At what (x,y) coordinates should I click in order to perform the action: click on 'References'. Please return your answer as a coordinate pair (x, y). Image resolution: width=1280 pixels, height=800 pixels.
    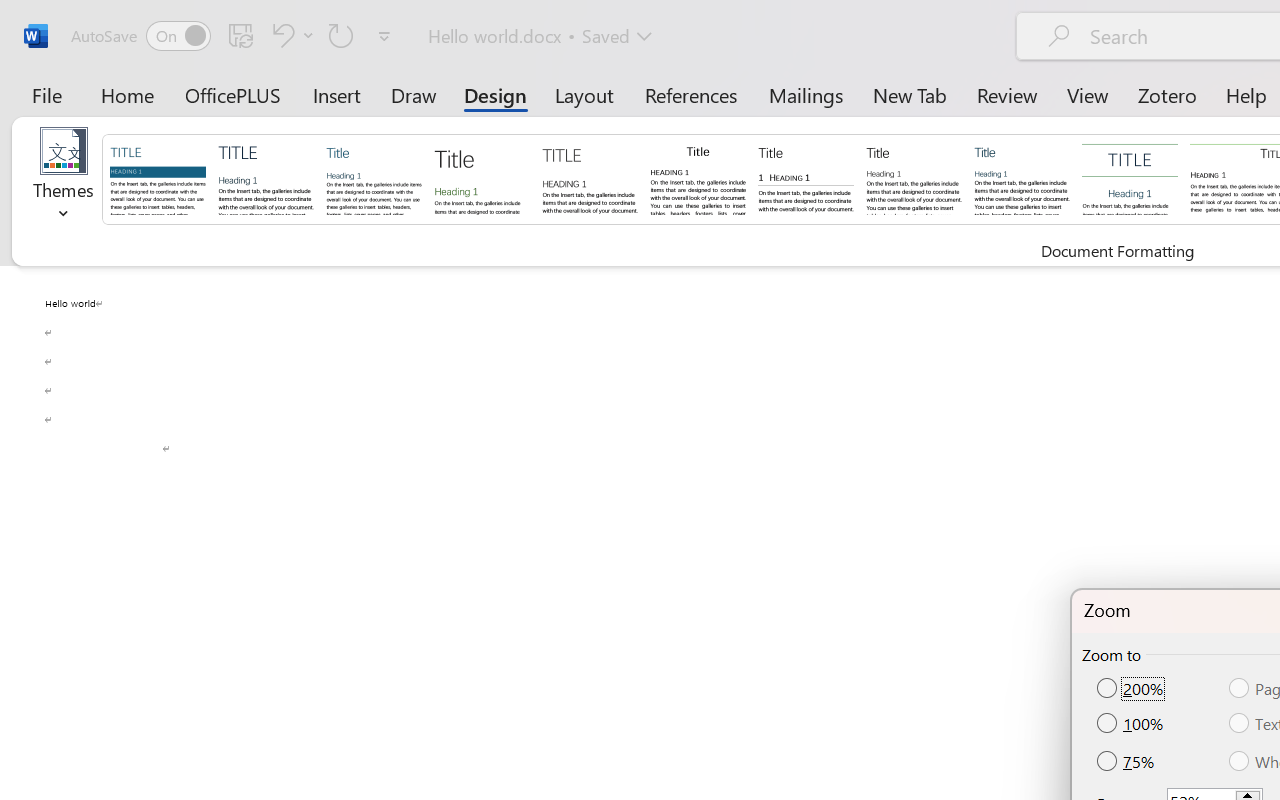
    Looking at the image, I should click on (691, 94).